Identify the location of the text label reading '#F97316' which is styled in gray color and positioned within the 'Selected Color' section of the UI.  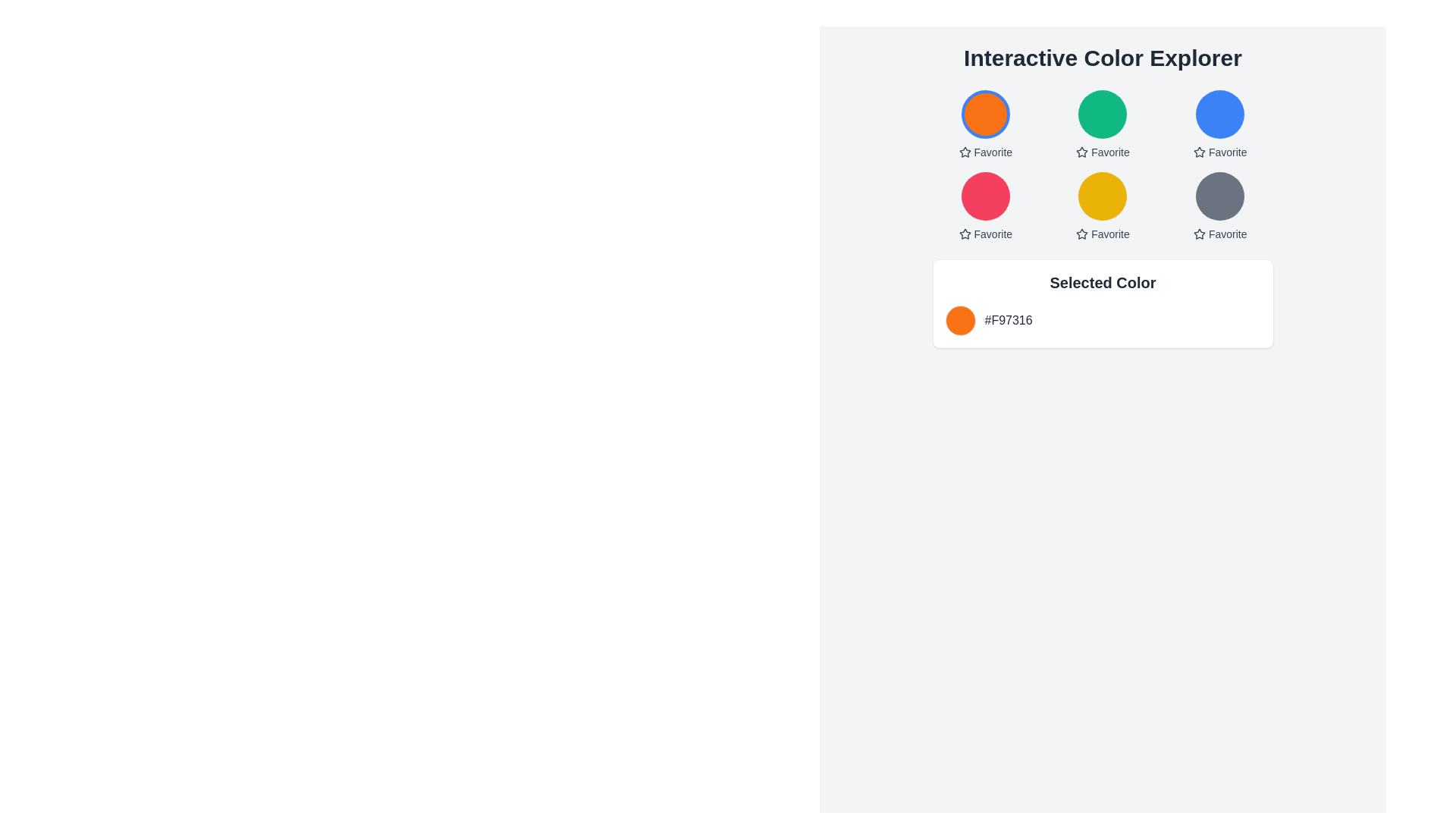
(1009, 320).